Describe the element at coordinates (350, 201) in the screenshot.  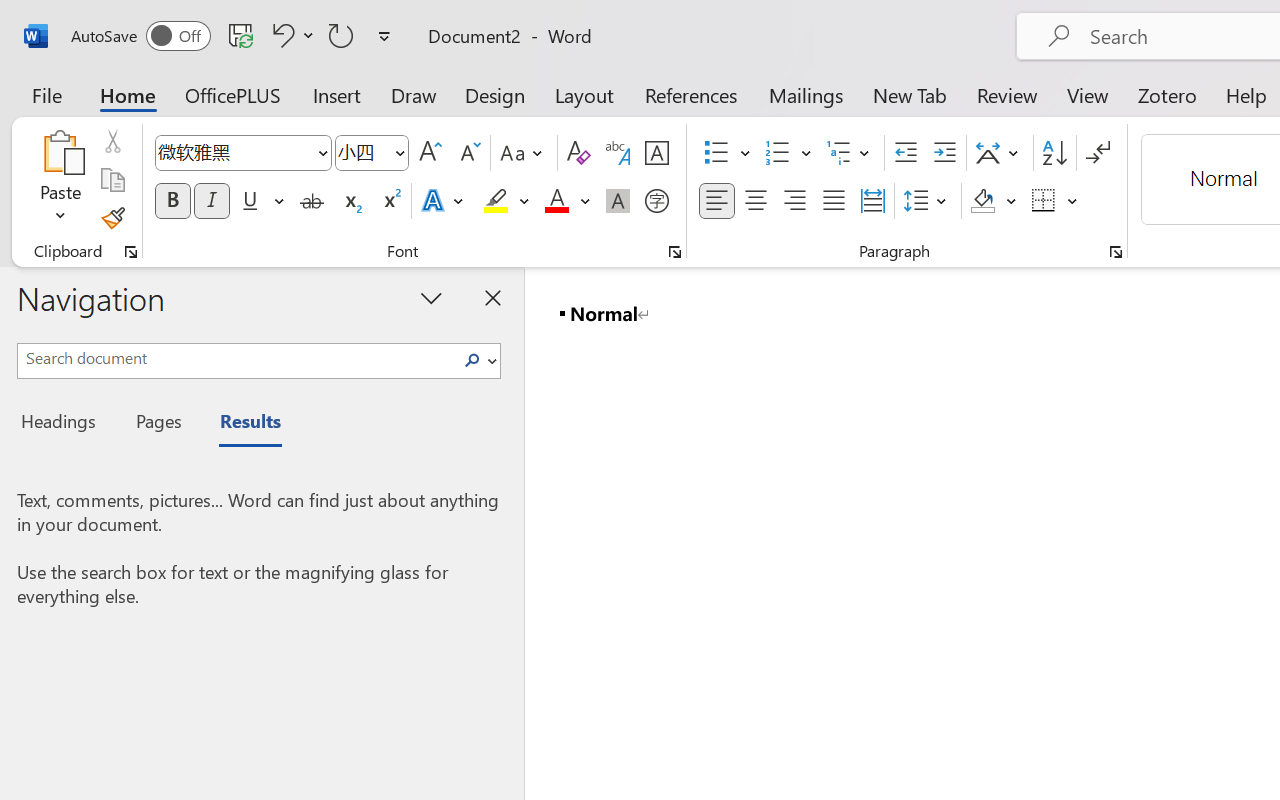
I see `'Subscript'` at that location.